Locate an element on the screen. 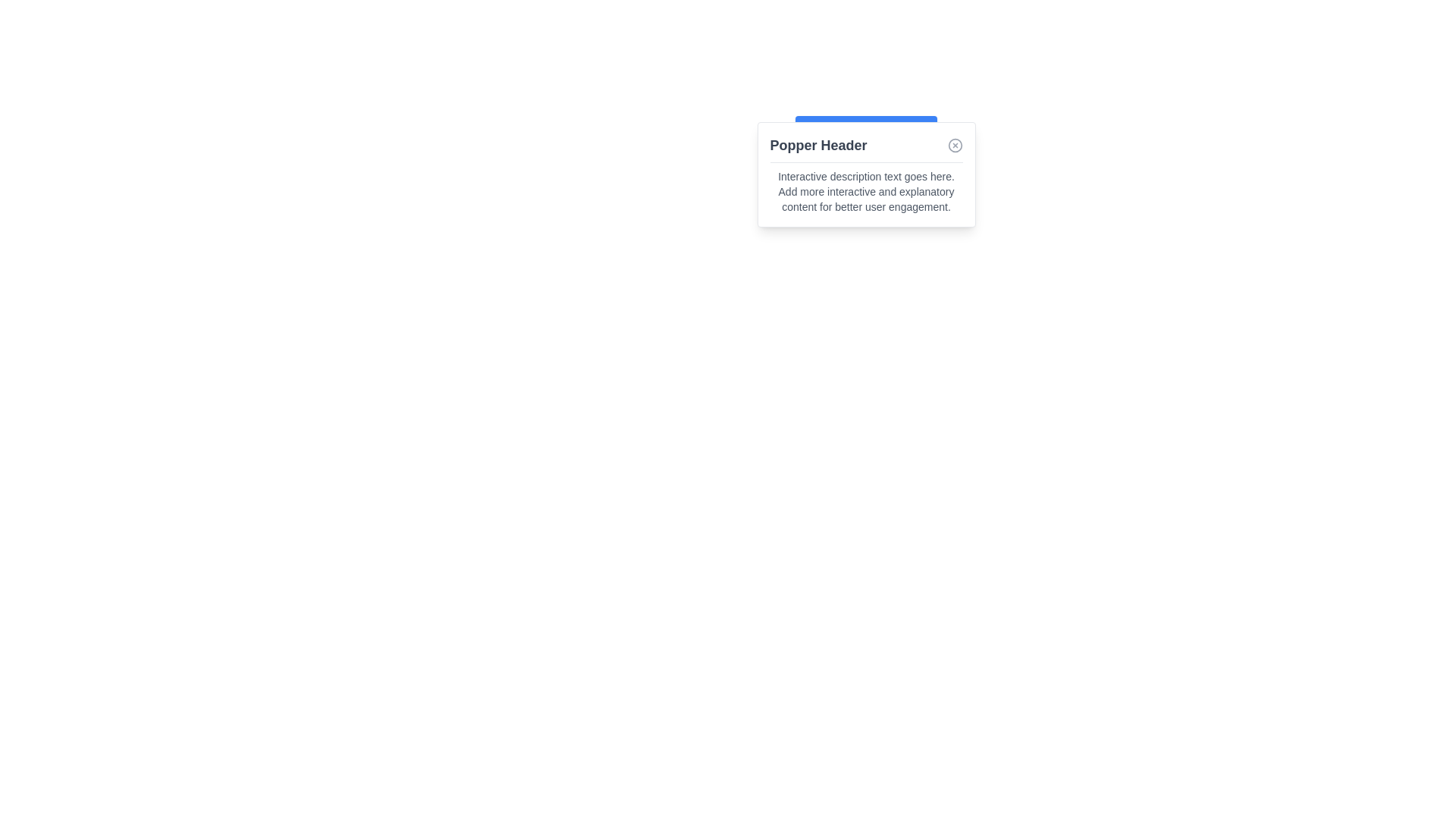  the circular close icon in the top right corner of the modal window, adjacent to the header text 'Popper Header' is located at coordinates (954, 146).